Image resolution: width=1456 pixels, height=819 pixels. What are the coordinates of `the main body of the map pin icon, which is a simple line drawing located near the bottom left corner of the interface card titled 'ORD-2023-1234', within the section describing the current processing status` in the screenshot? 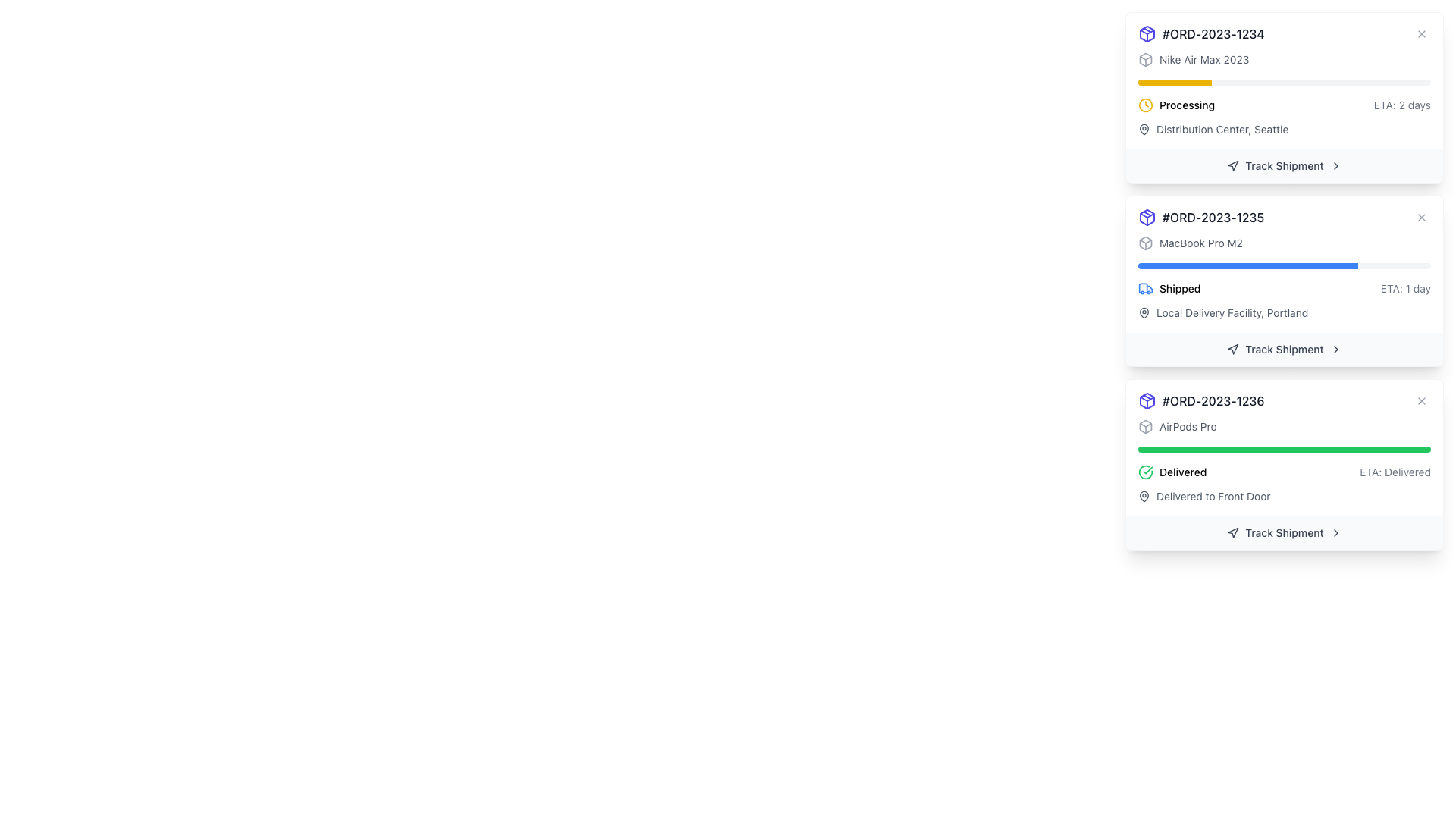 It's located at (1144, 312).